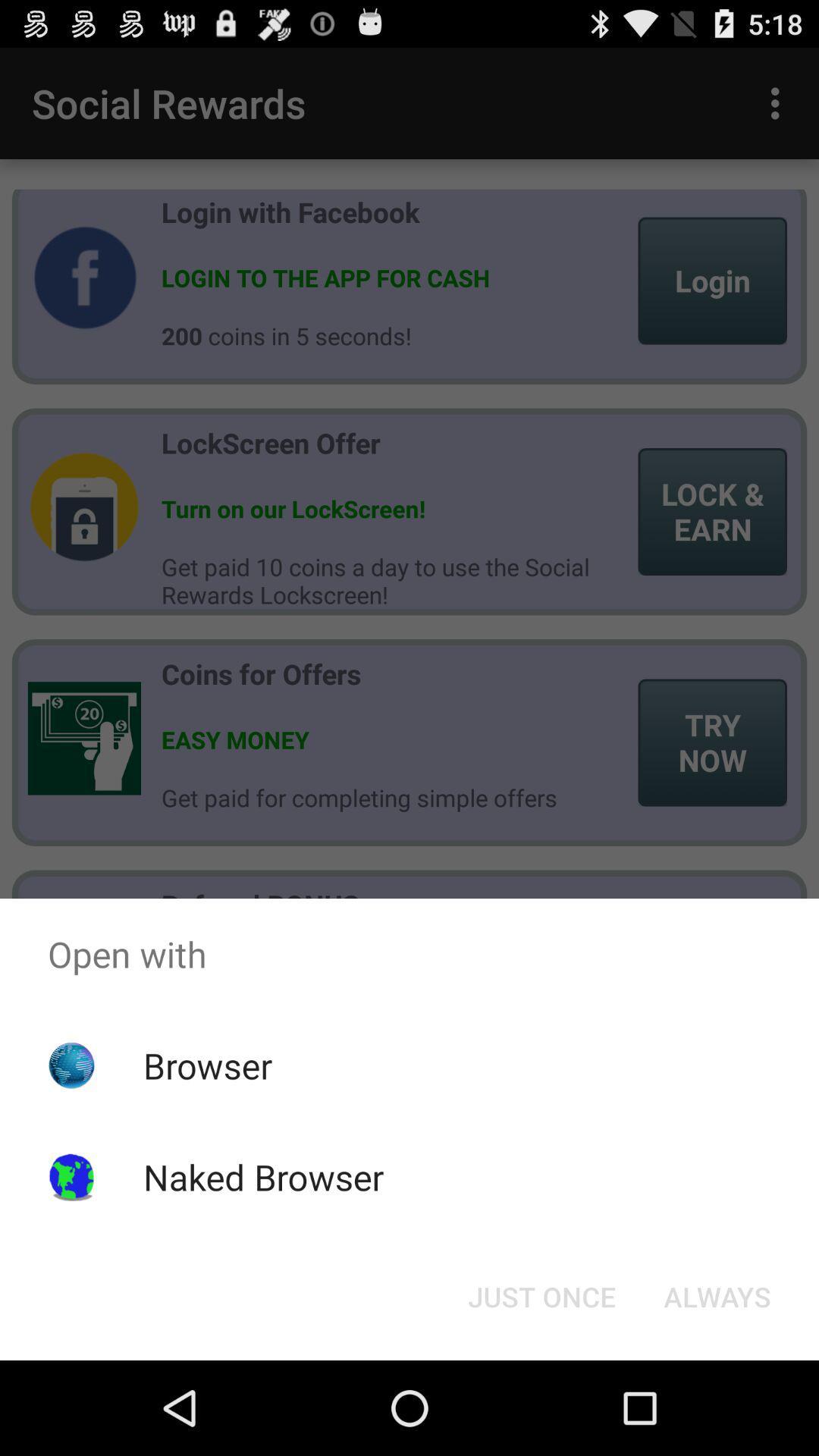 This screenshot has width=819, height=1456. I want to click on naked browser item, so click(262, 1176).